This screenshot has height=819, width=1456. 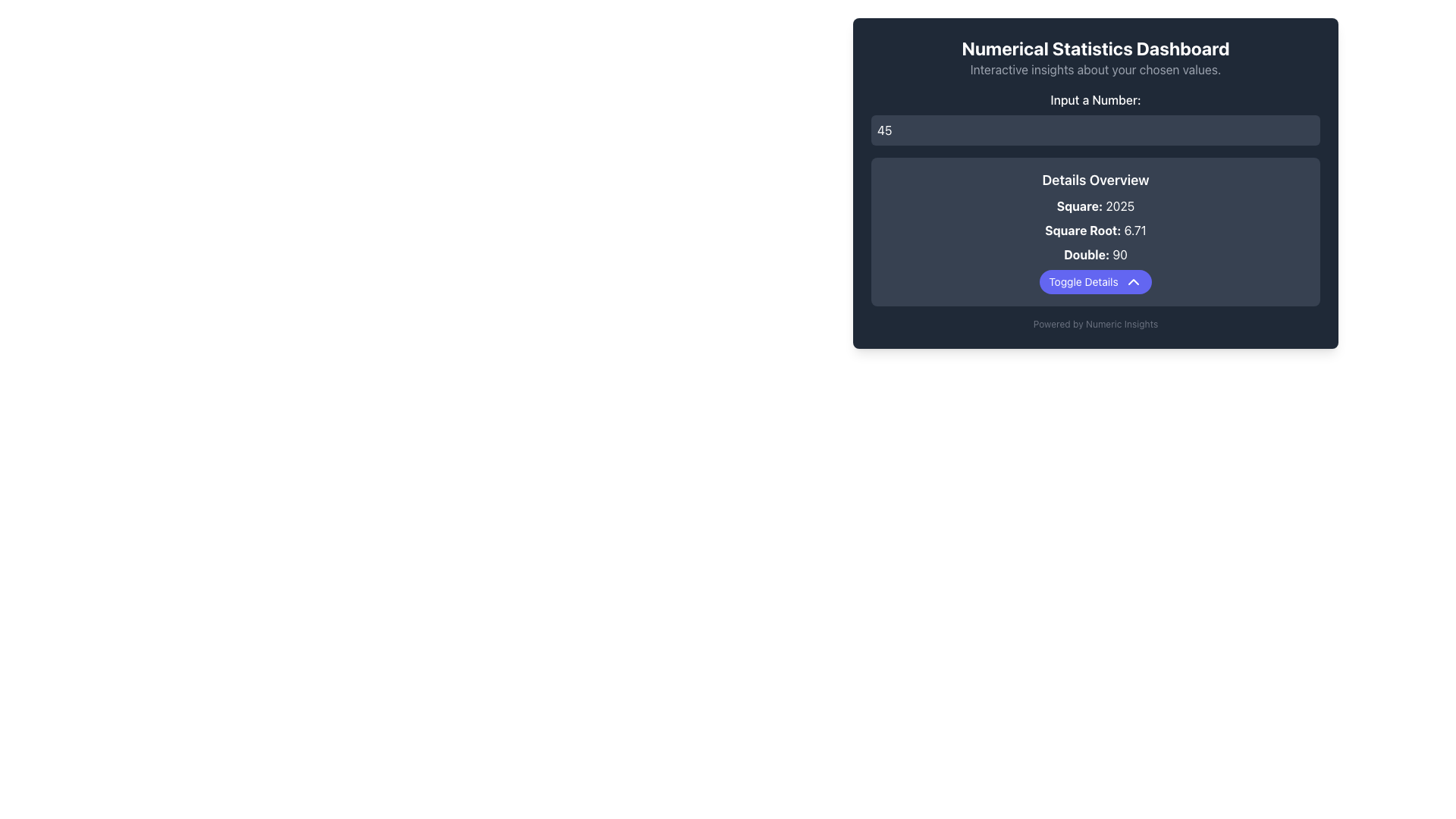 I want to click on the label providing context for the numerical data preceding the value '90' located in the 'Details Overview' section, so click(x=1086, y=253).